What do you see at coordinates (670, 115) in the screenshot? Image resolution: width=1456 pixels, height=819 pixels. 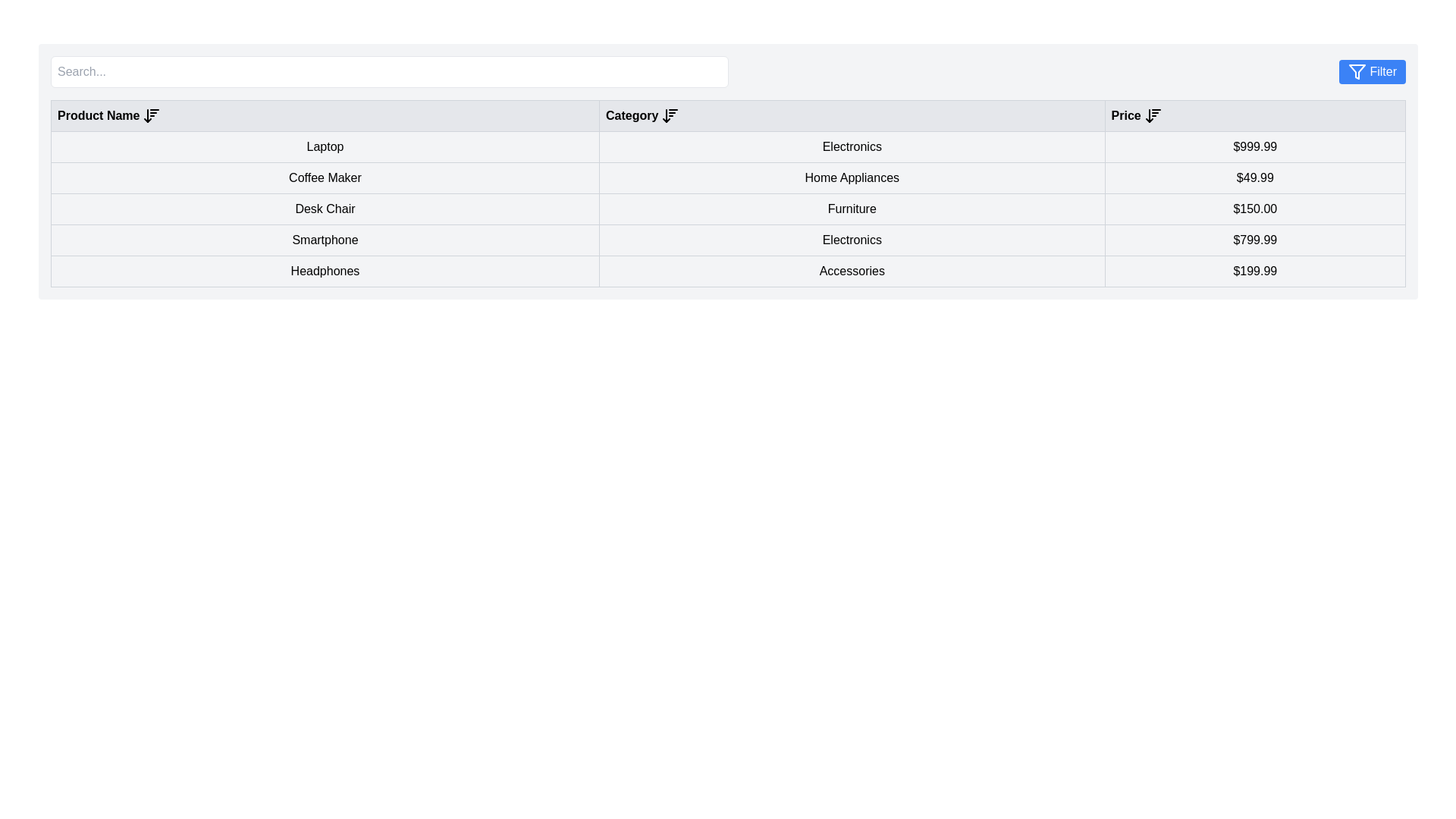 I see `the sorting icon for descending order, located immediately to the right of the 'Category' column header in the table` at bounding box center [670, 115].